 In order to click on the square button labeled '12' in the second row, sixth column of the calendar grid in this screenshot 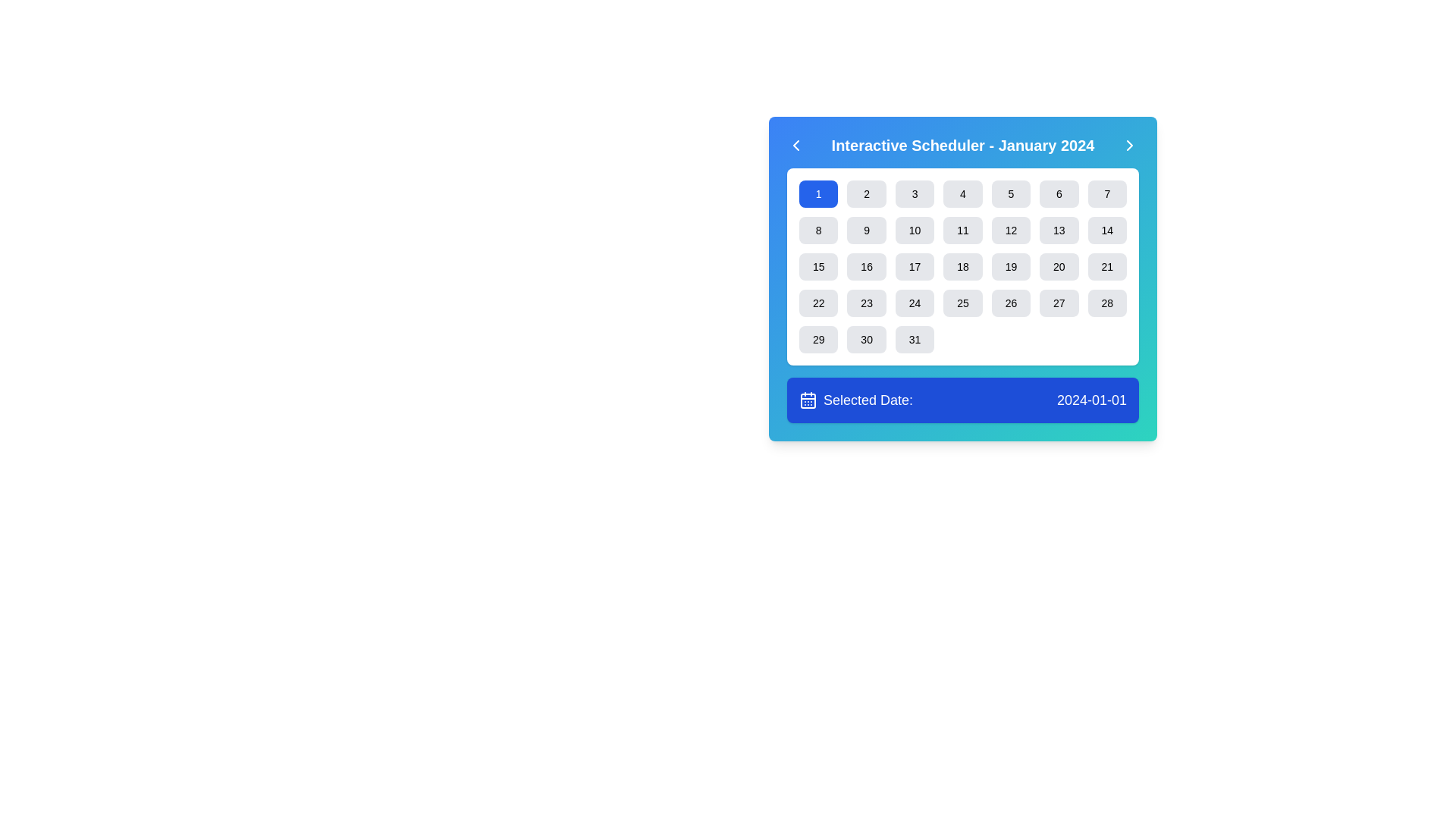, I will do `click(1011, 231)`.